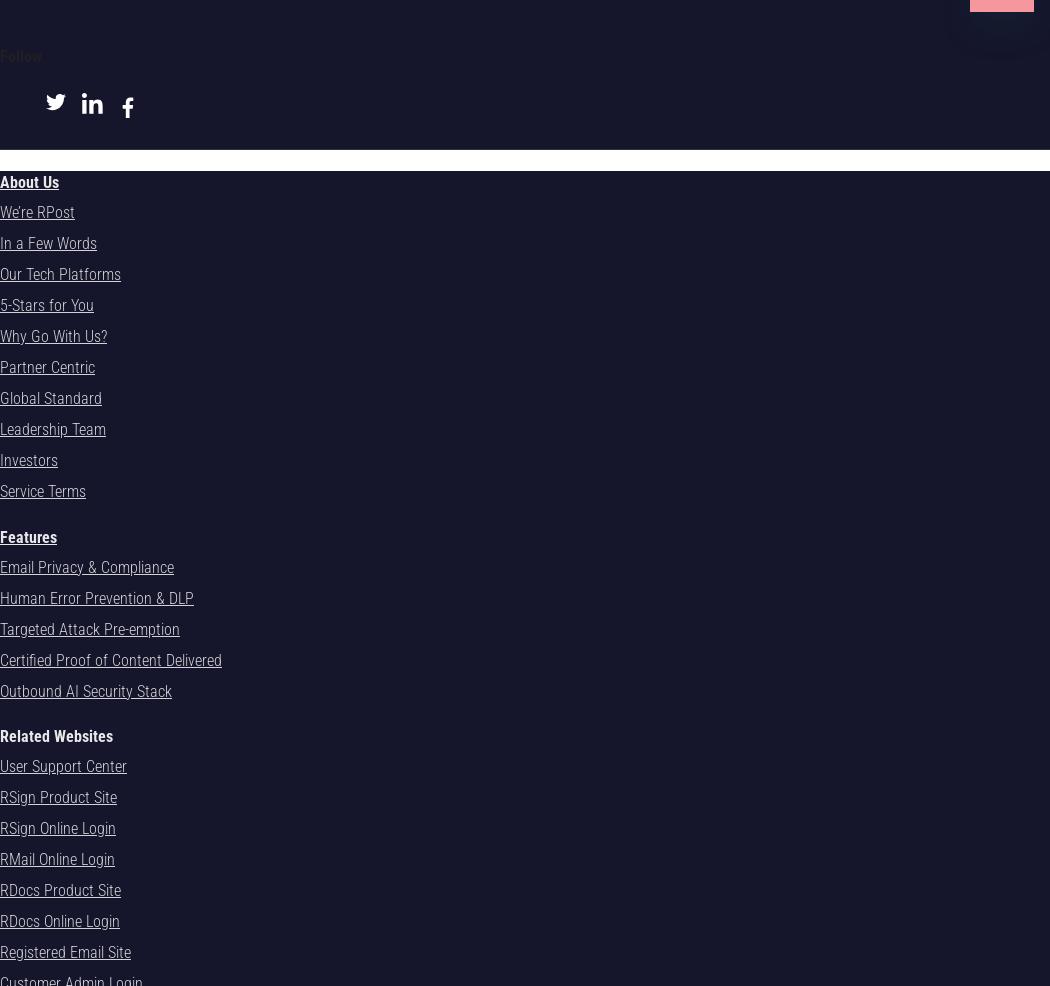 This screenshot has height=986, width=1050. What do you see at coordinates (29, 181) in the screenshot?
I see `'About Us'` at bounding box center [29, 181].